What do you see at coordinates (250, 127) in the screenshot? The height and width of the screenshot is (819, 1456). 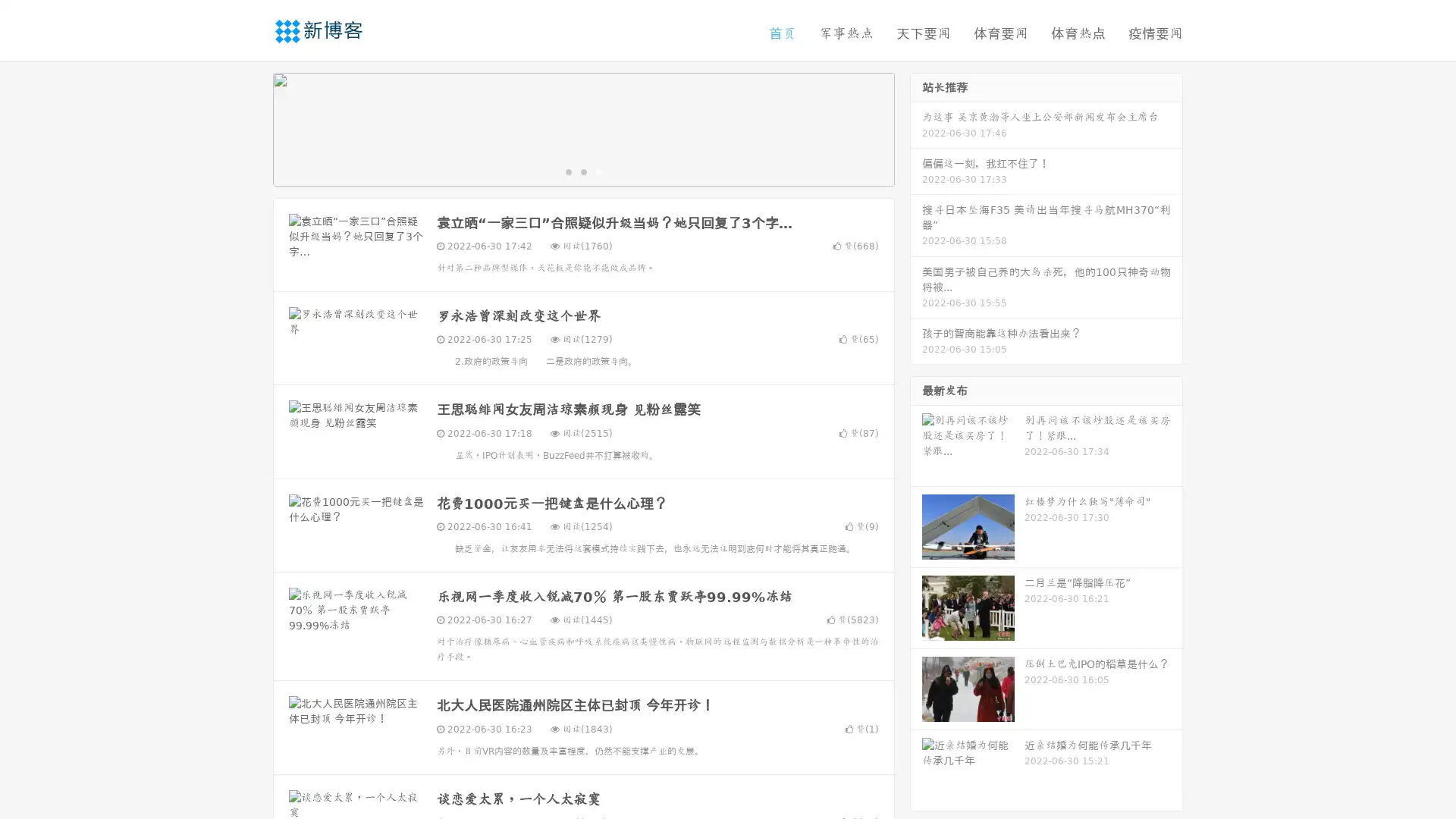 I see `Previous slide` at bounding box center [250, 127].